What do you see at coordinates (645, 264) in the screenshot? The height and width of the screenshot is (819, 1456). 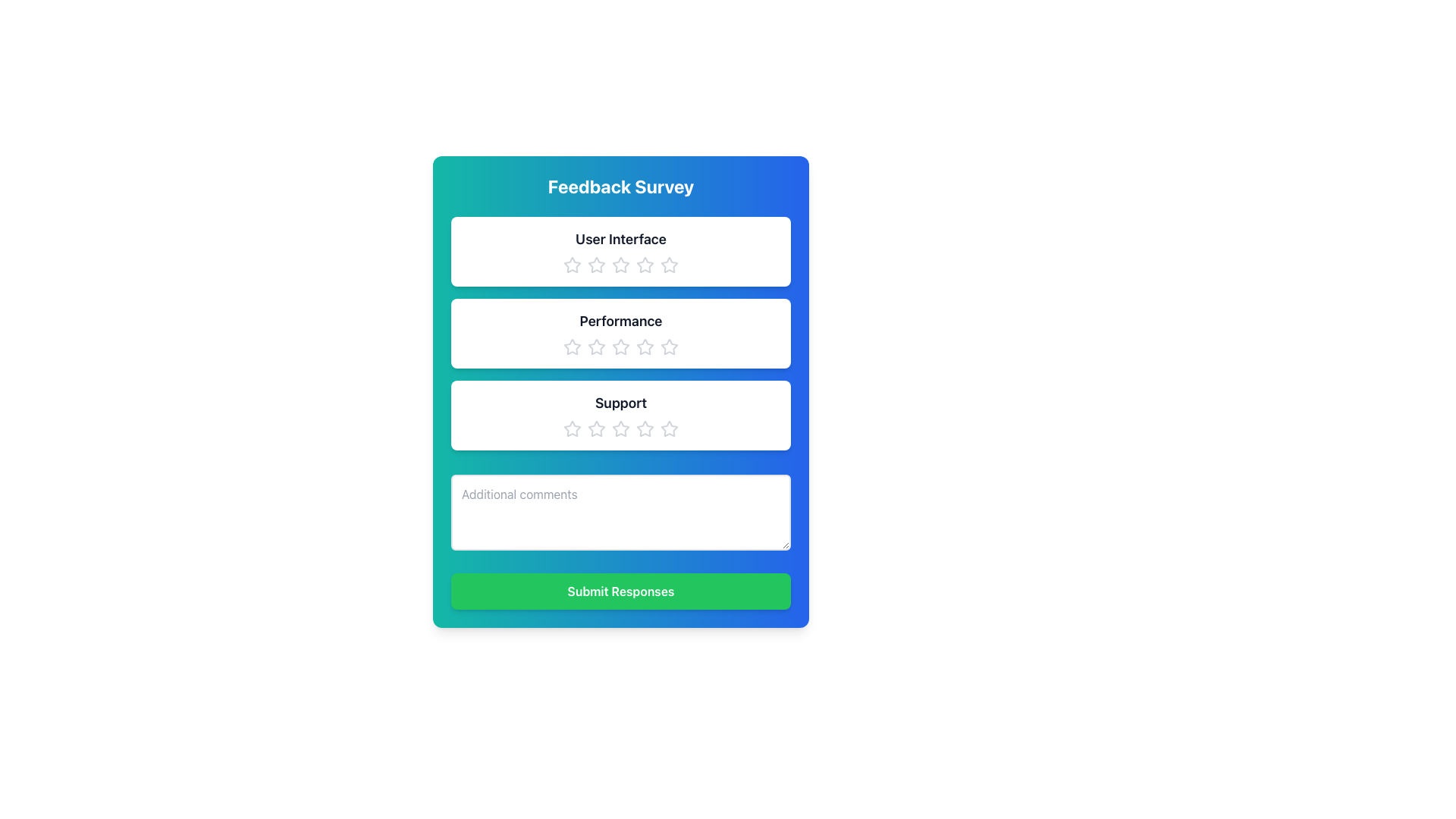 I see `the third star icon` at bounding box center [645, 264].